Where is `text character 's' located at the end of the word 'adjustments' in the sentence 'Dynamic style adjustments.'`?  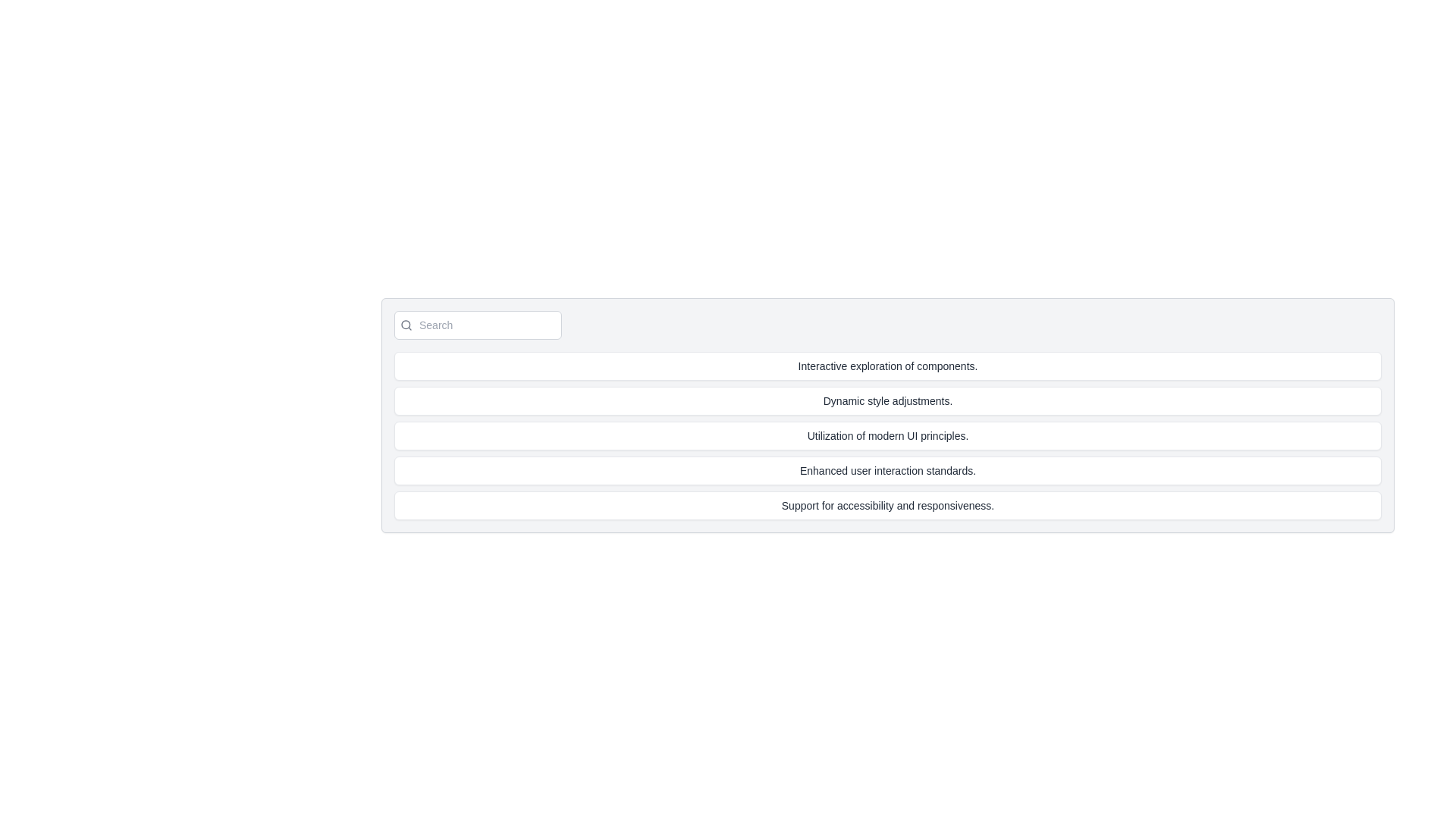
text character 's' located at the end of the word 'adjustments' in the sentence 'Dynamic style adjustments.' is located at coordinates (870, 400).